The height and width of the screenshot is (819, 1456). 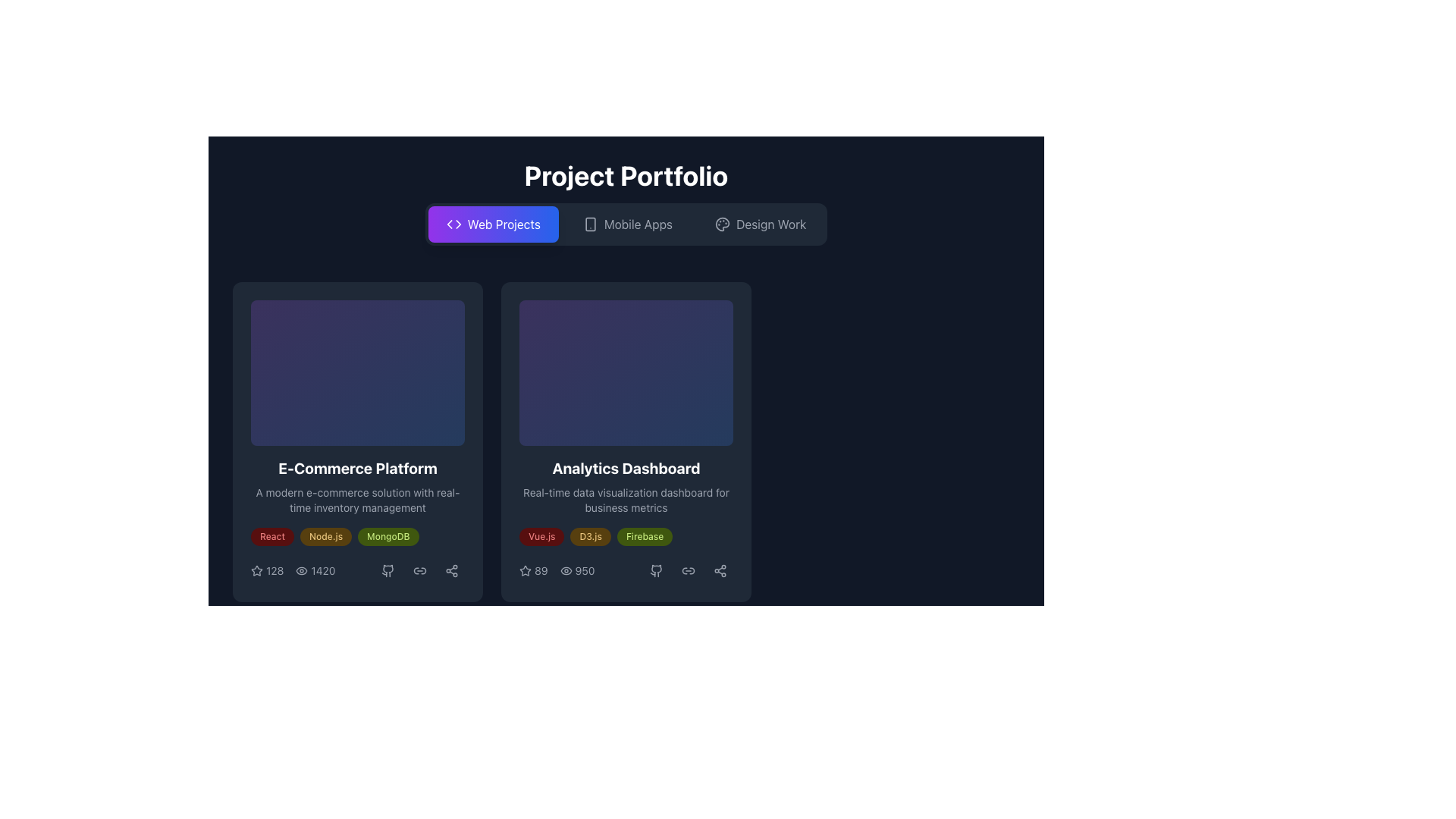 What do you see at coordinates (356, 536) in the screenshot?
I see `the Informational Badge Group containing the technology badges for 'React', 'Node.js', and 'MongoDB' for more details if they are interactive` at bounding box center [356, 536].